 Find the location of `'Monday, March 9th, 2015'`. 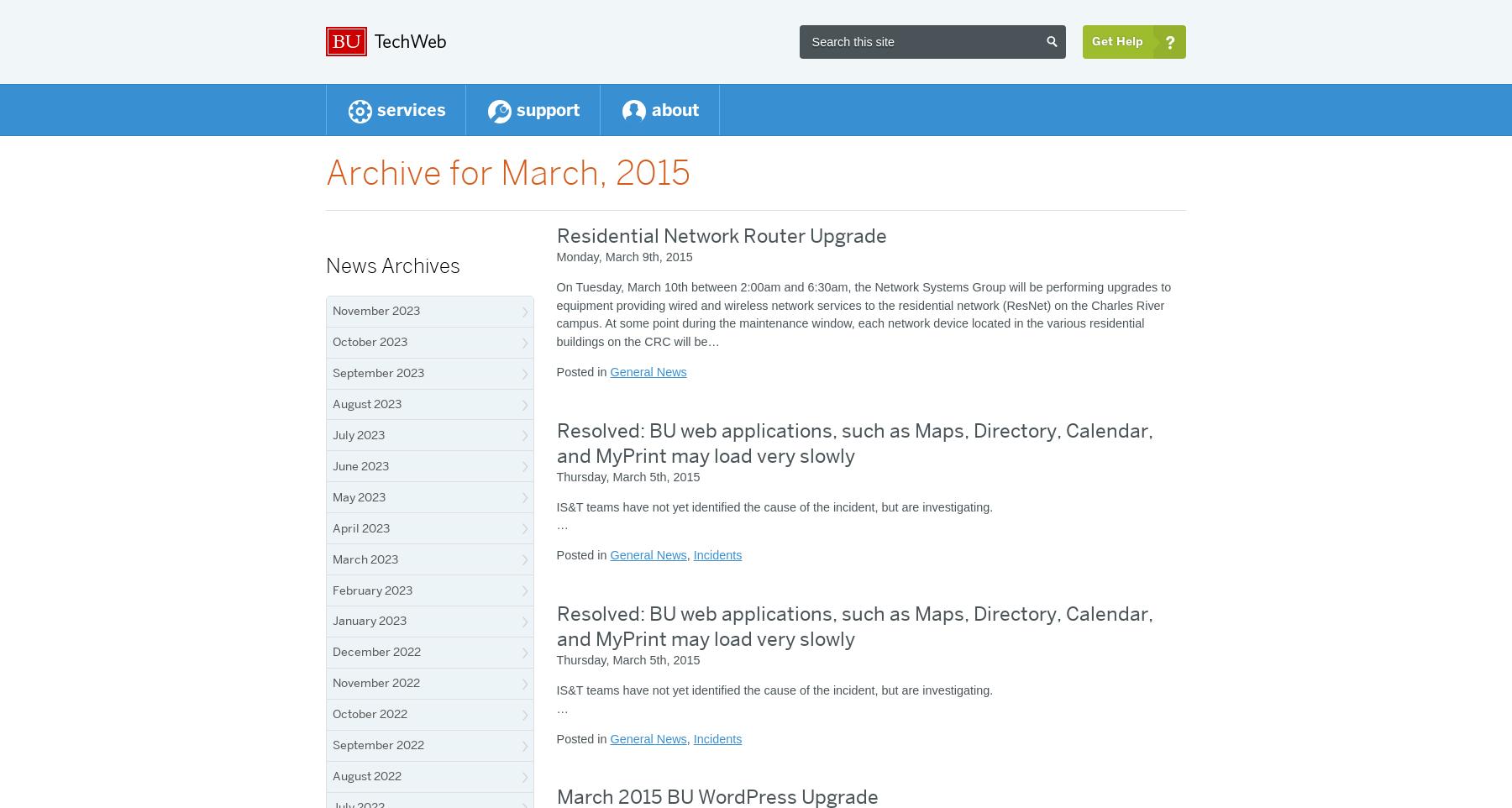

'Monday, March 9th, 2015' is located at coordinates (623, 256).